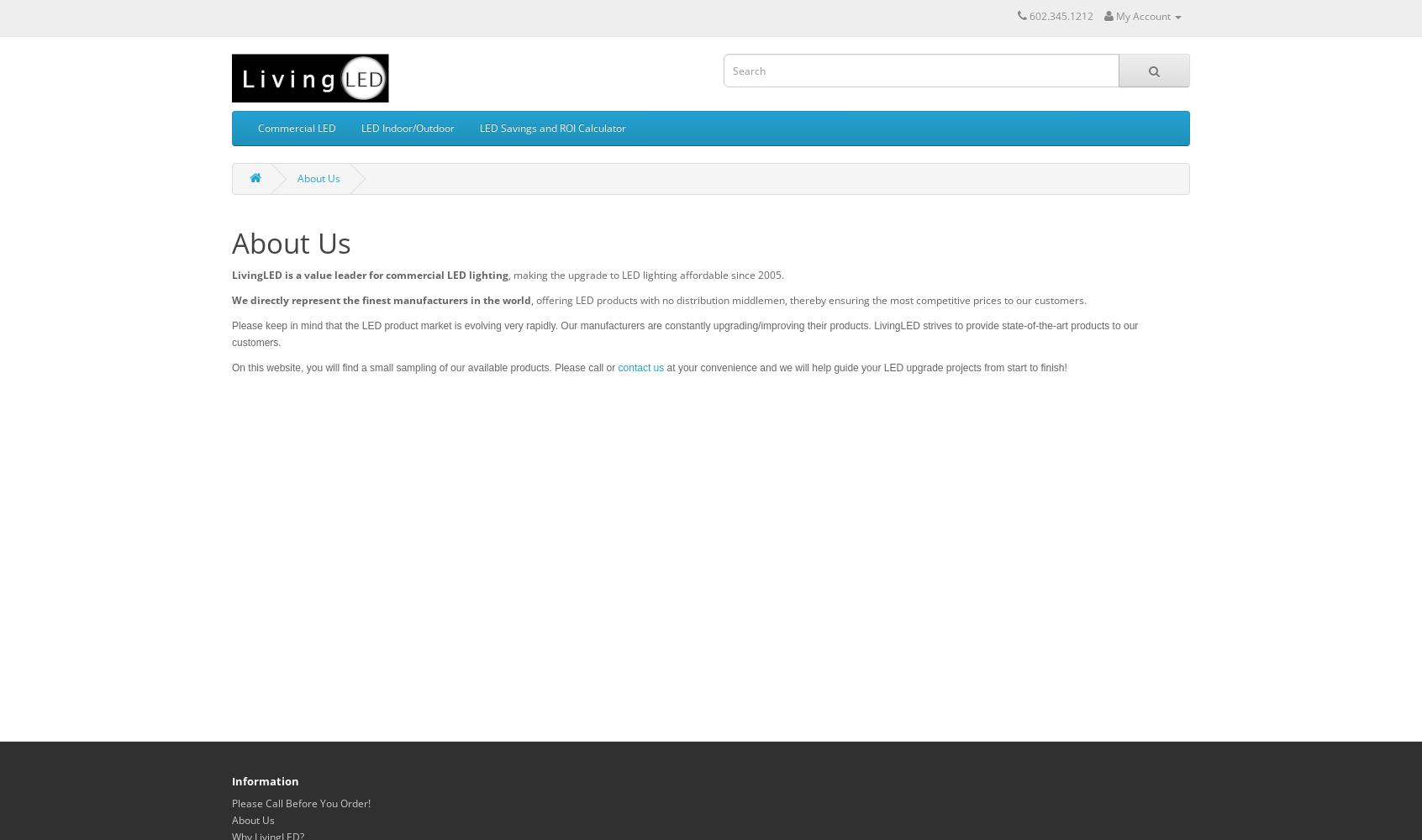 The height and width of the screenshot is (840, 1422). Describe the element at coordinates (685, 334) in the screenshot. I see `'Please keep in mind that the LED product market is evolving very rapidly. Our manufacturers are constantly upgrading/improving their products. LivingLED strives to provide state-of-the-art products to our customers.'` at that location.